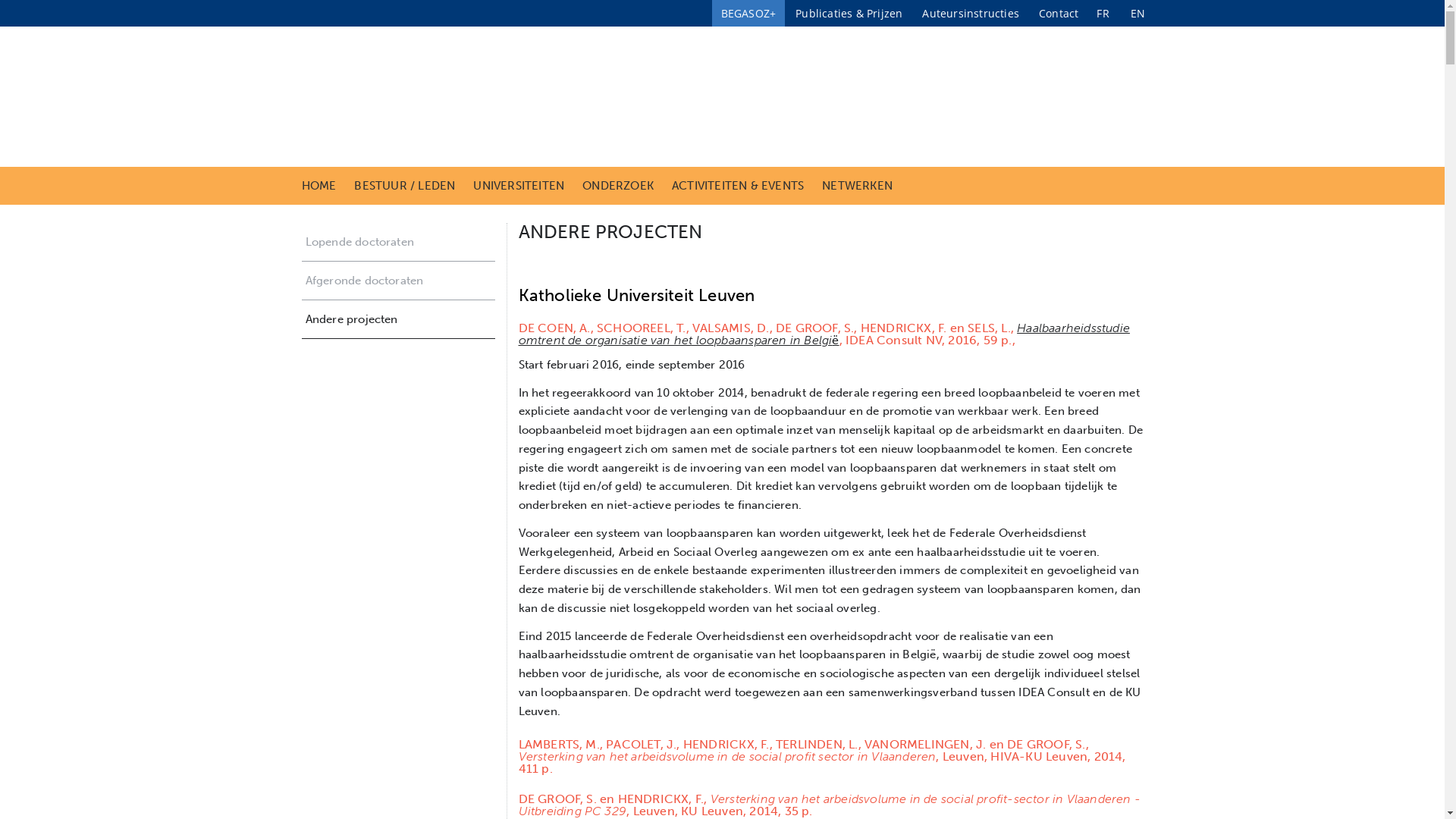 Image resolution: width=1456 pixels, height=819 pixels. What do you see at coordinates (786, 13) in the screenshot?
I see `'Publicaties & Prijzen'` at bounding box center [786, 13].